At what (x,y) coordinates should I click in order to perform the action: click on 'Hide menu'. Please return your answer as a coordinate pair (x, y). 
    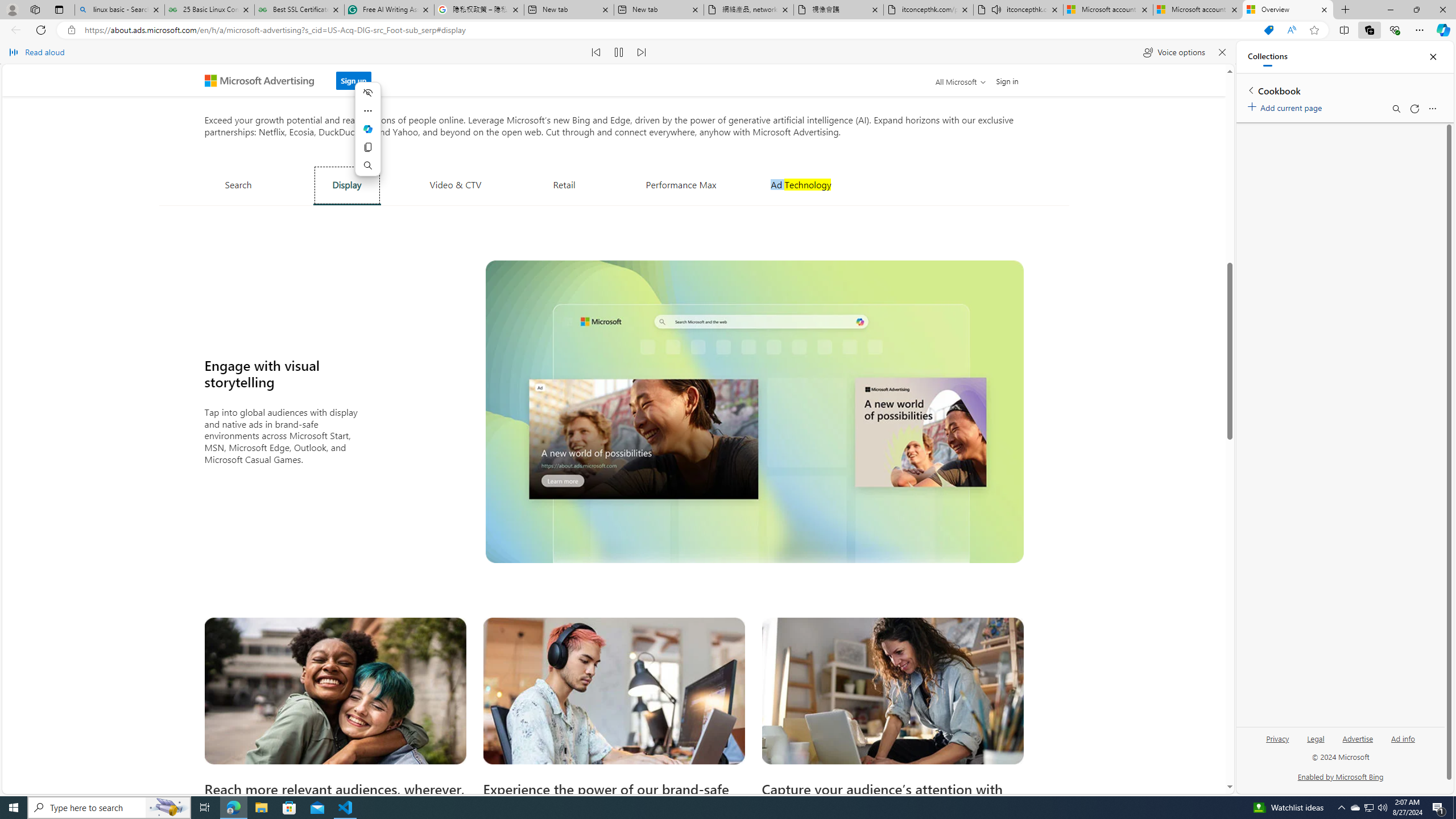
    Looking at the image, I should click on (367, 92).